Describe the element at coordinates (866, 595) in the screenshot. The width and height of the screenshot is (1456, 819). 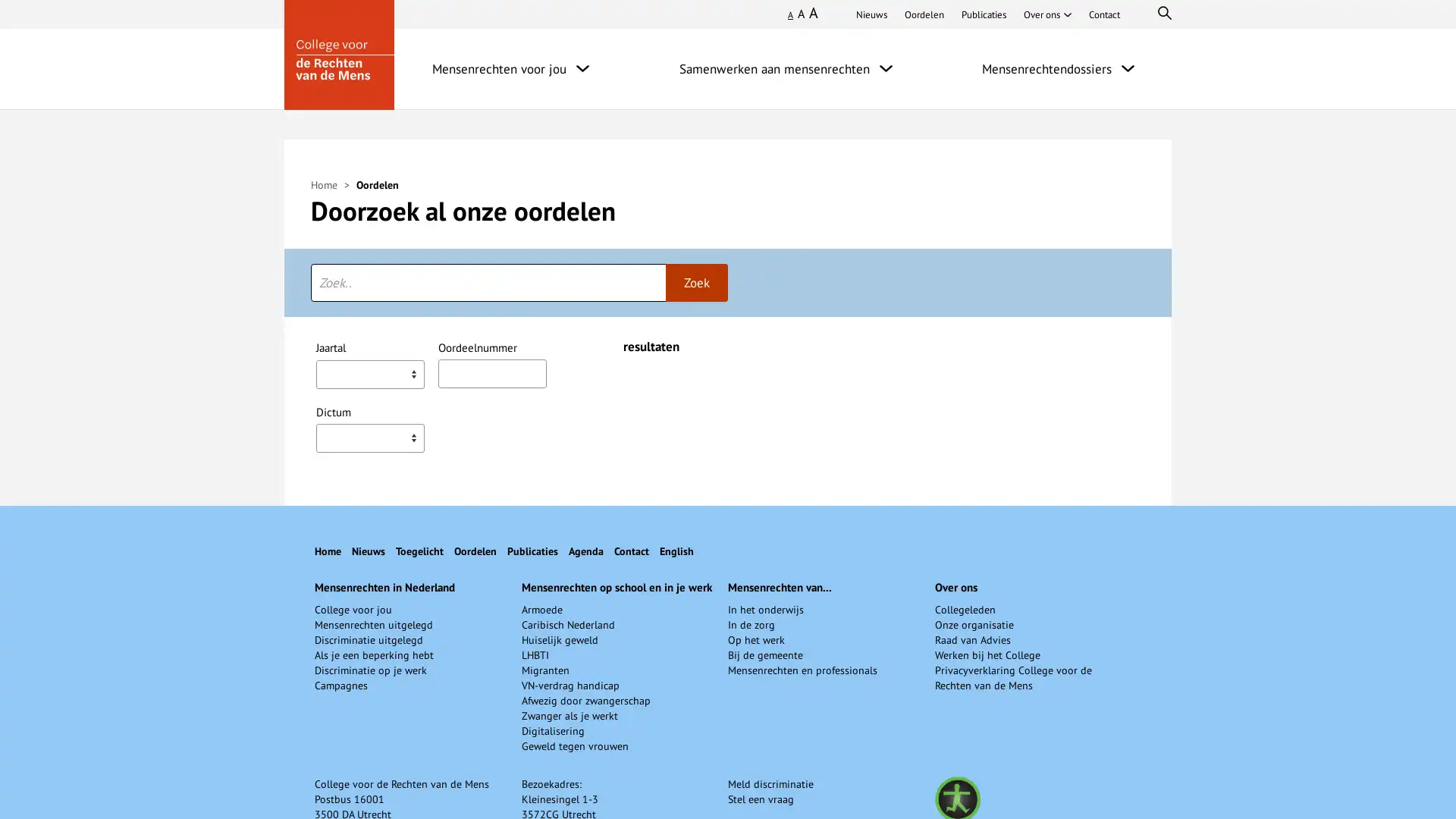
I see `Bescherming van de vrouw,` at that location.